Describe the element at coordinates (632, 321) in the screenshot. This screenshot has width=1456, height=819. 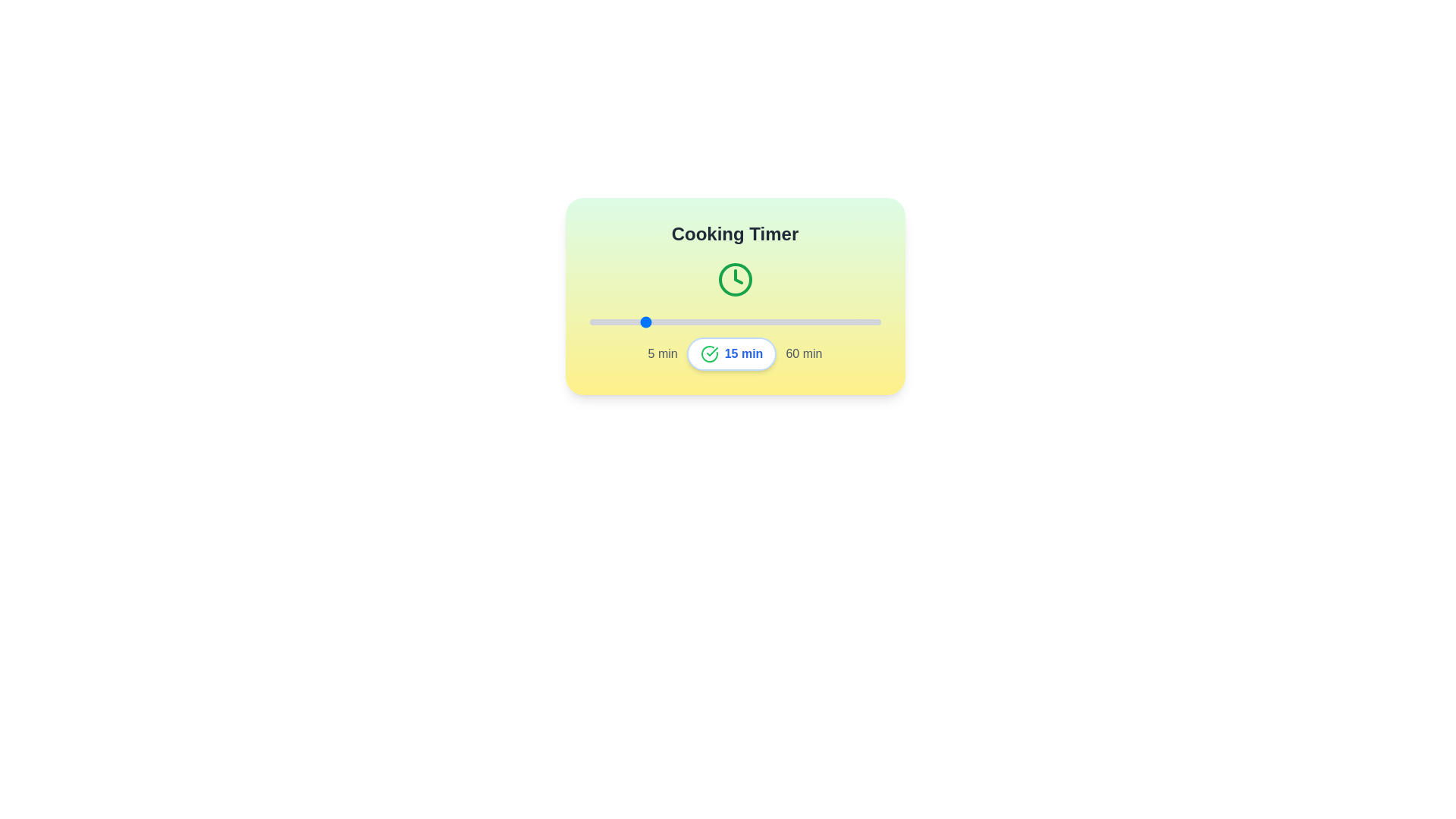
I see `cooking timer` at that location.